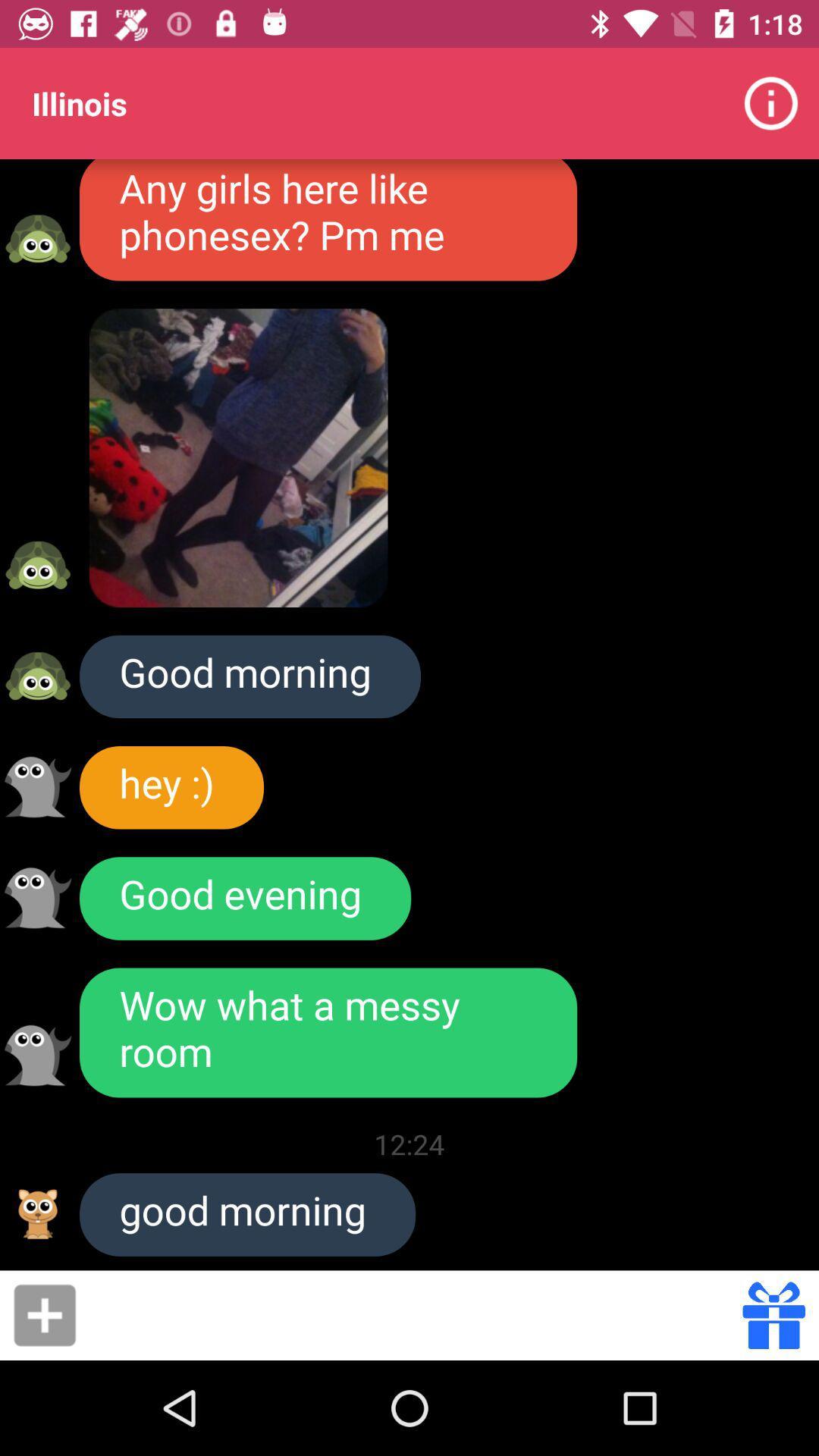 The image size is (819, 1456). Describe the element at coordinates (239, 457) in the screenshot. I see `the icon below the any girls here` at that location.